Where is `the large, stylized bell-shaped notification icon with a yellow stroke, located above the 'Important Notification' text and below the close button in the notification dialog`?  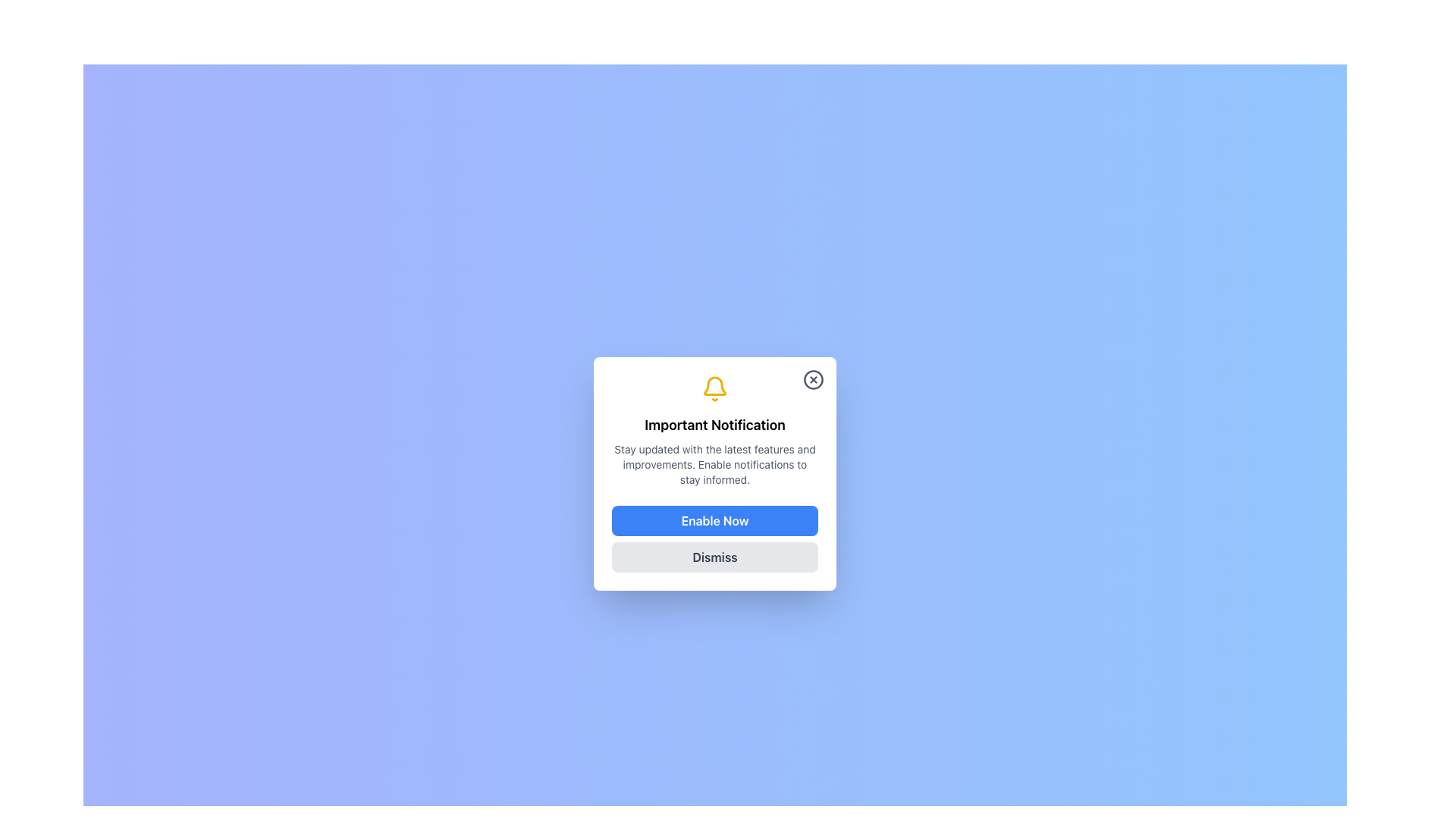
the large, stylized bell-shaped notification icon with a yellow stroke, located above the 'Important Notification' text and below the close button in the notification dialog is located at coordinates (714, 385).